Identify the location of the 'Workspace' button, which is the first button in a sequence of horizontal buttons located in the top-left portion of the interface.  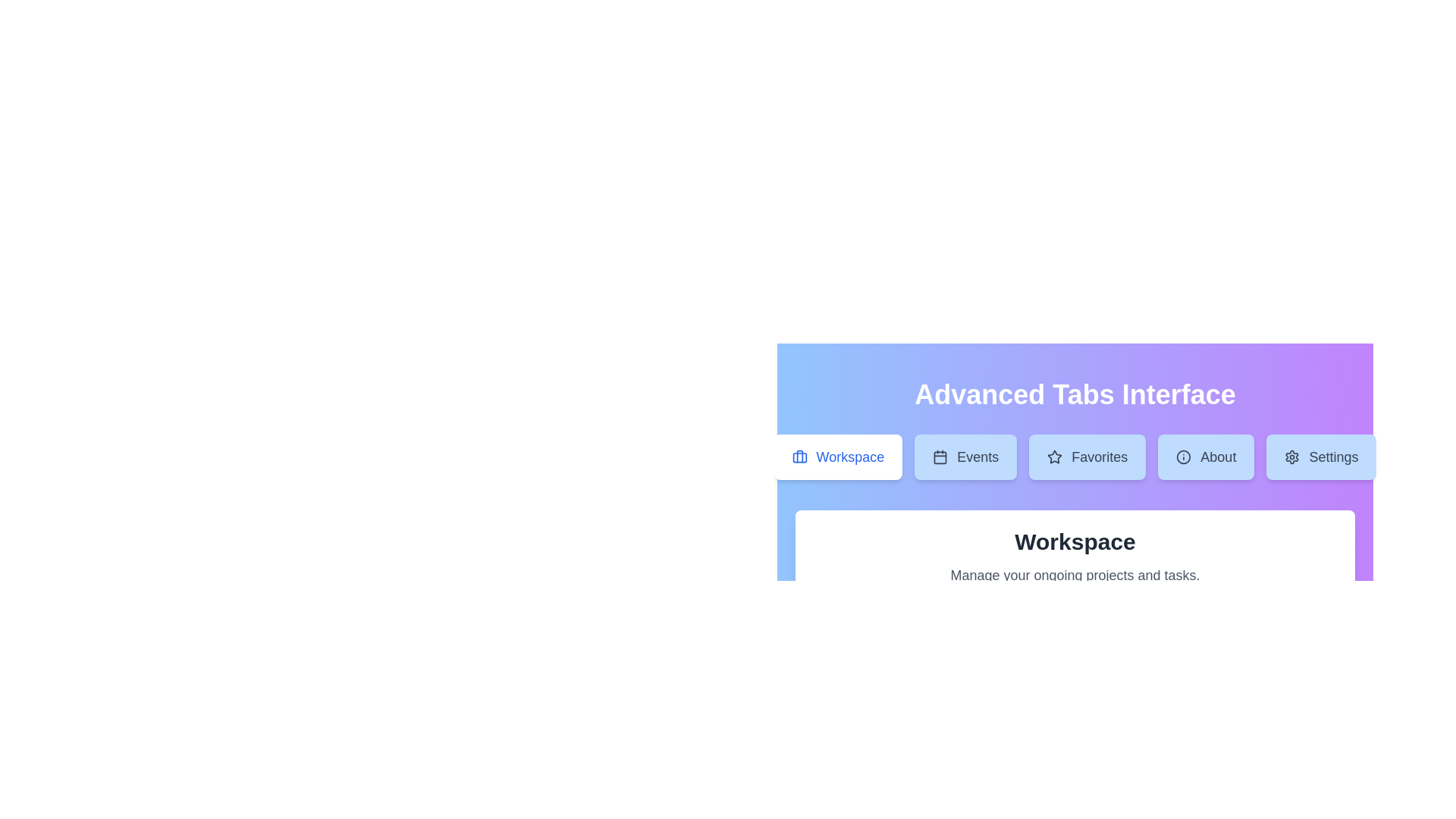
(837, 456).